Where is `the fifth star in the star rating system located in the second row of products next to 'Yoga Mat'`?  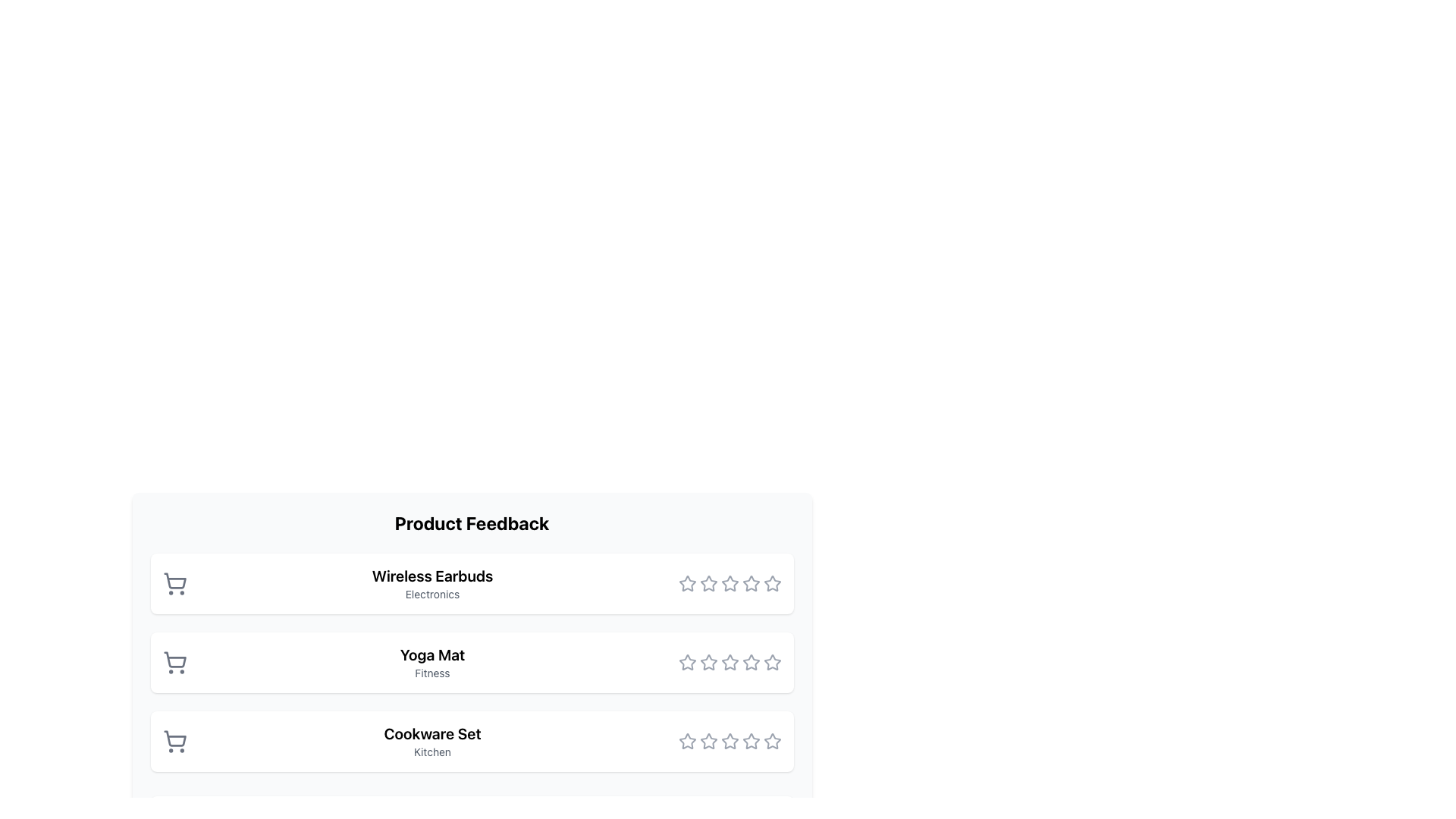
the fifth star in the star rating system located in the second row of products next to 'Yoga Mat' is located at coordinates (772, 662).